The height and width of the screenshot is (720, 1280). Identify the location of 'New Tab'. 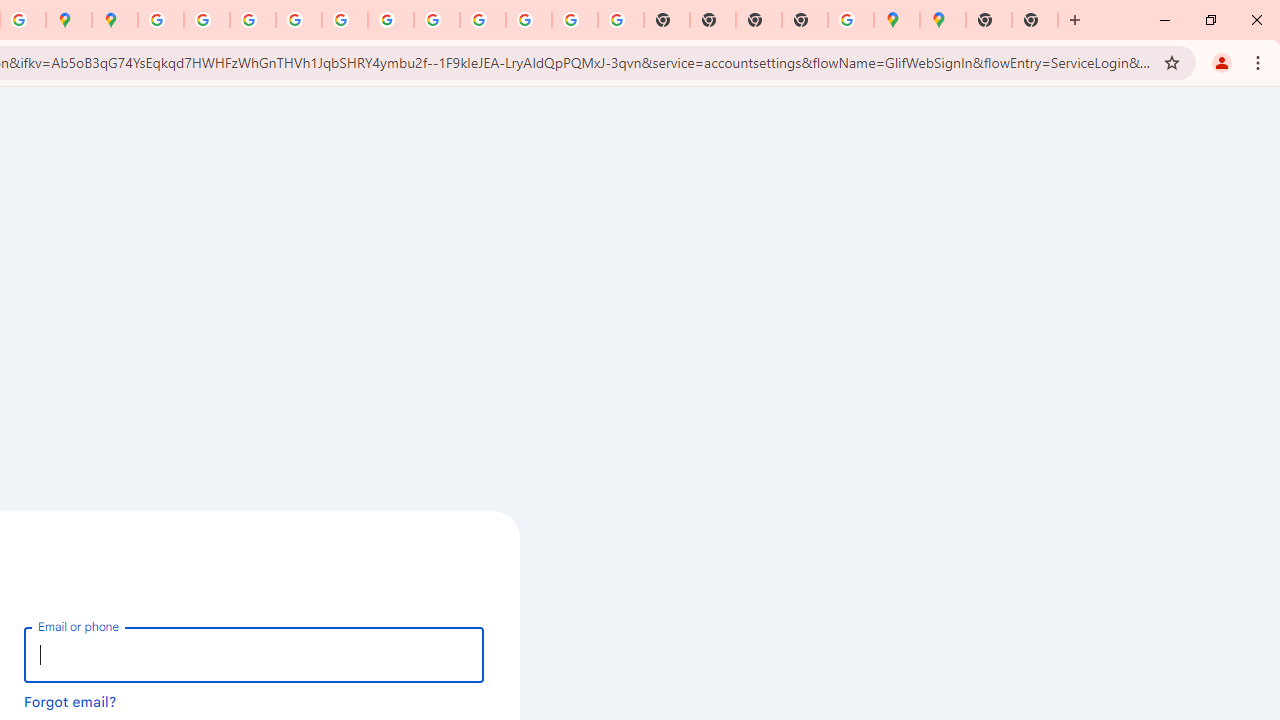
(989, 20).